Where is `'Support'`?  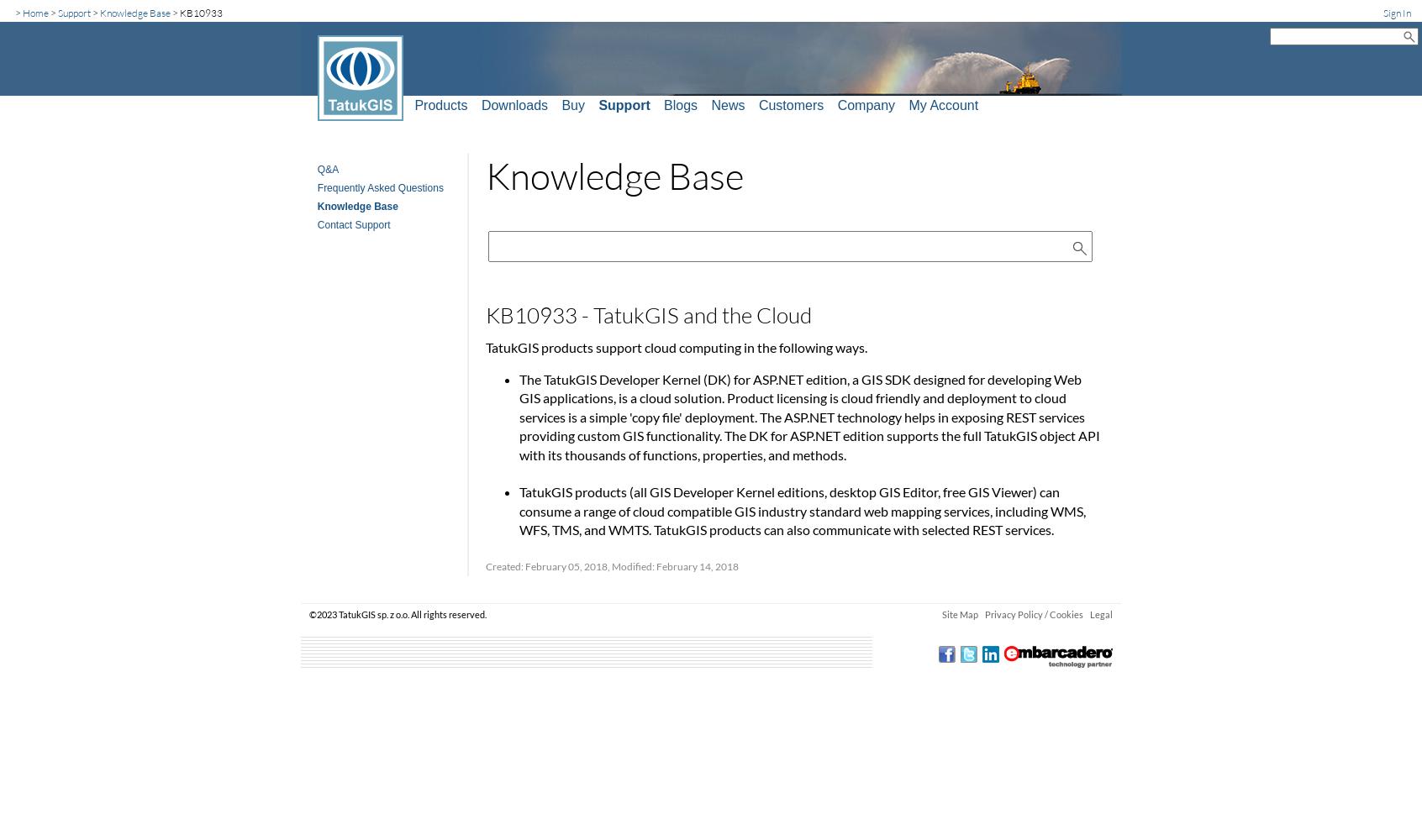 'Support' is located at coordinates (74, 12).